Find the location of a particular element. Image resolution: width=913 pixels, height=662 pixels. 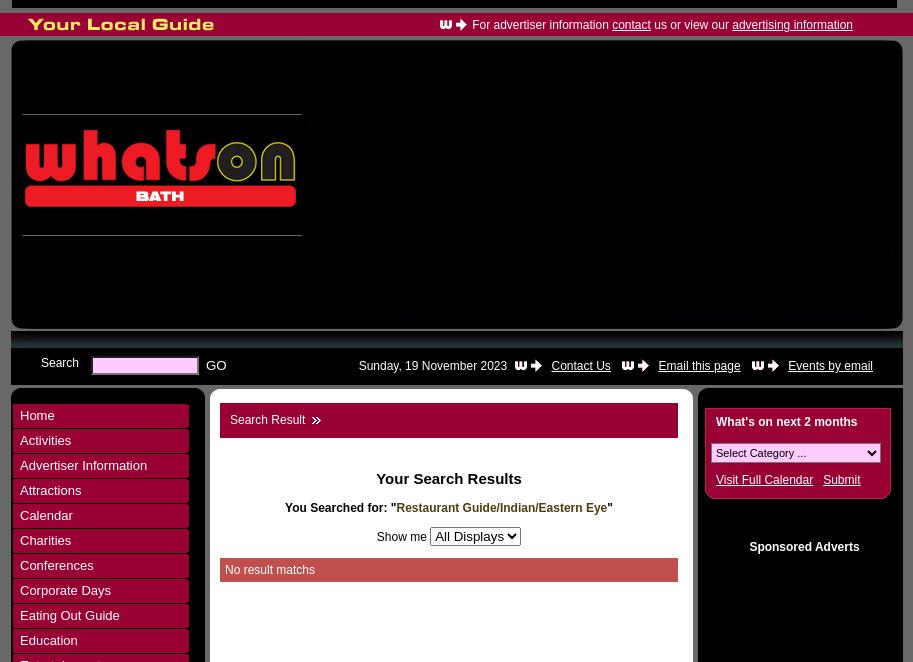

'Search Result' is located at coordinates (267, 419).